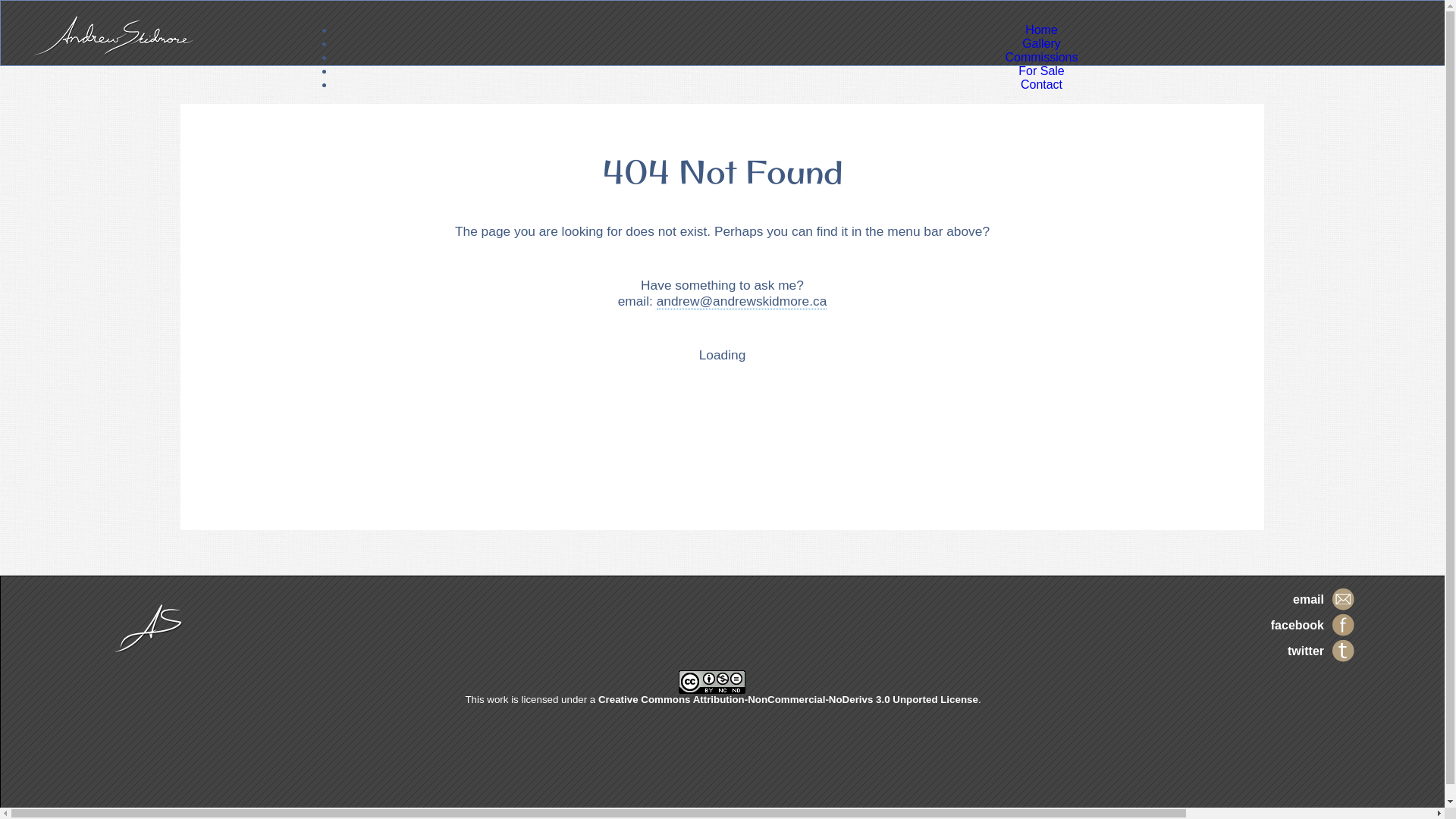 This screenshot has height=819, width=1456. I want to click on 'Home', so click(1040, 30).